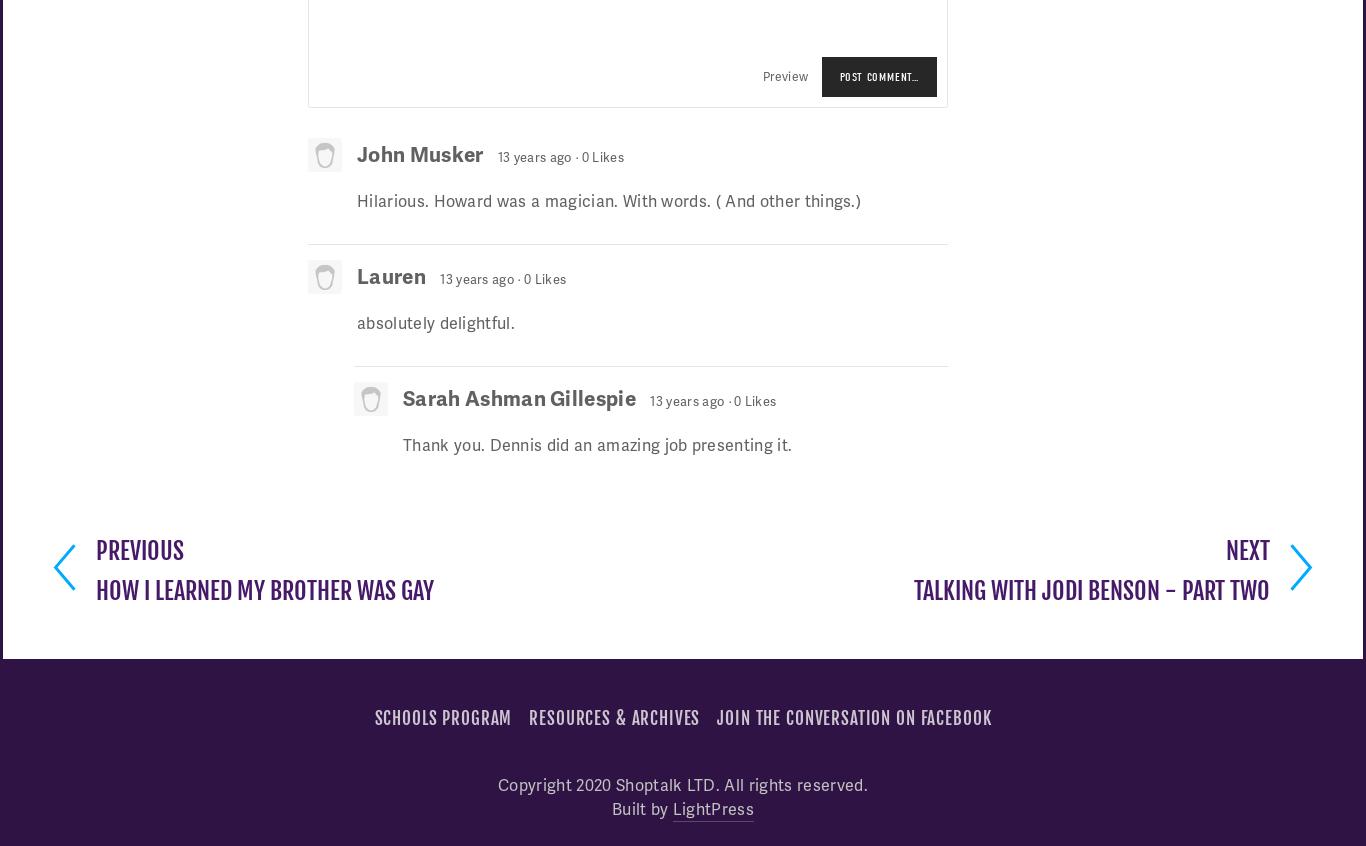 This screenshot has height=846, width=1366. Describe the element at coordinates (529, 716) in the screenshot. I see `'Resources & Archives'` at that location.